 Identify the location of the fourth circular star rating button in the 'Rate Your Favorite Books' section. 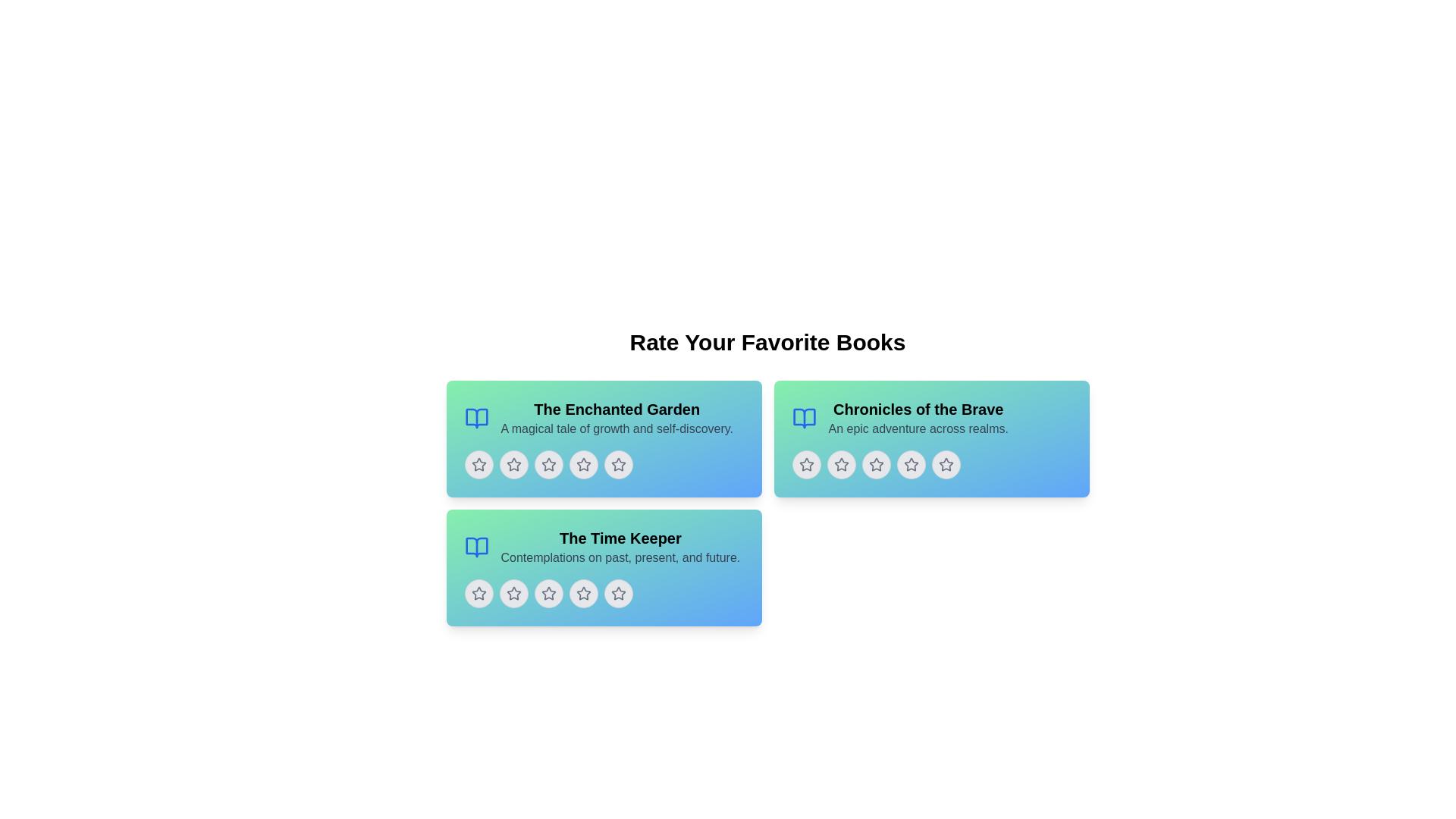
(582, 464).